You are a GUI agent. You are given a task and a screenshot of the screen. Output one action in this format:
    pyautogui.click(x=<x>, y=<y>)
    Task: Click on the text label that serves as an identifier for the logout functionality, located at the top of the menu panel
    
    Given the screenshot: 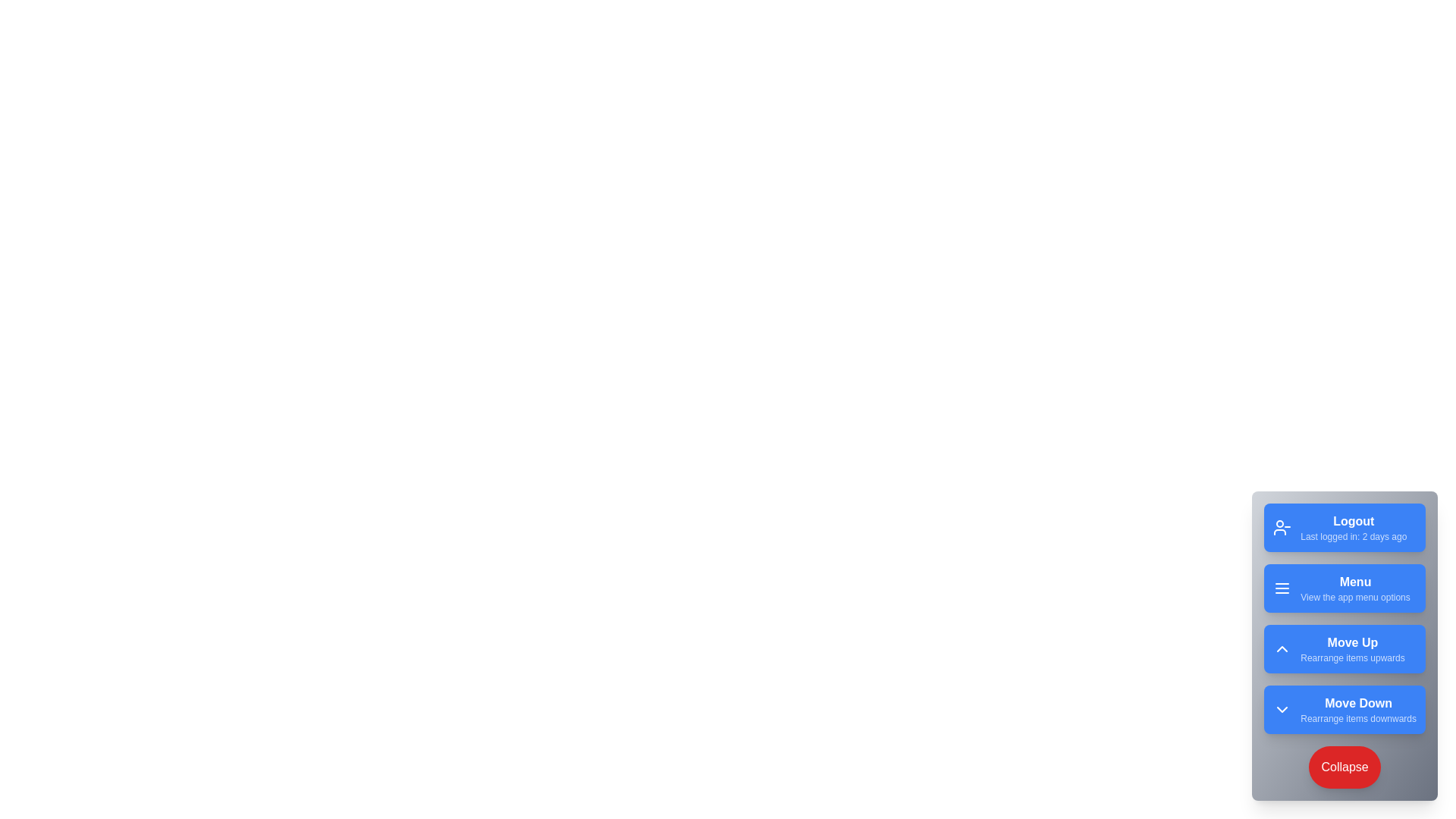 What is the action you would take?
    pyautogui.click(x=1354, y=520)
    